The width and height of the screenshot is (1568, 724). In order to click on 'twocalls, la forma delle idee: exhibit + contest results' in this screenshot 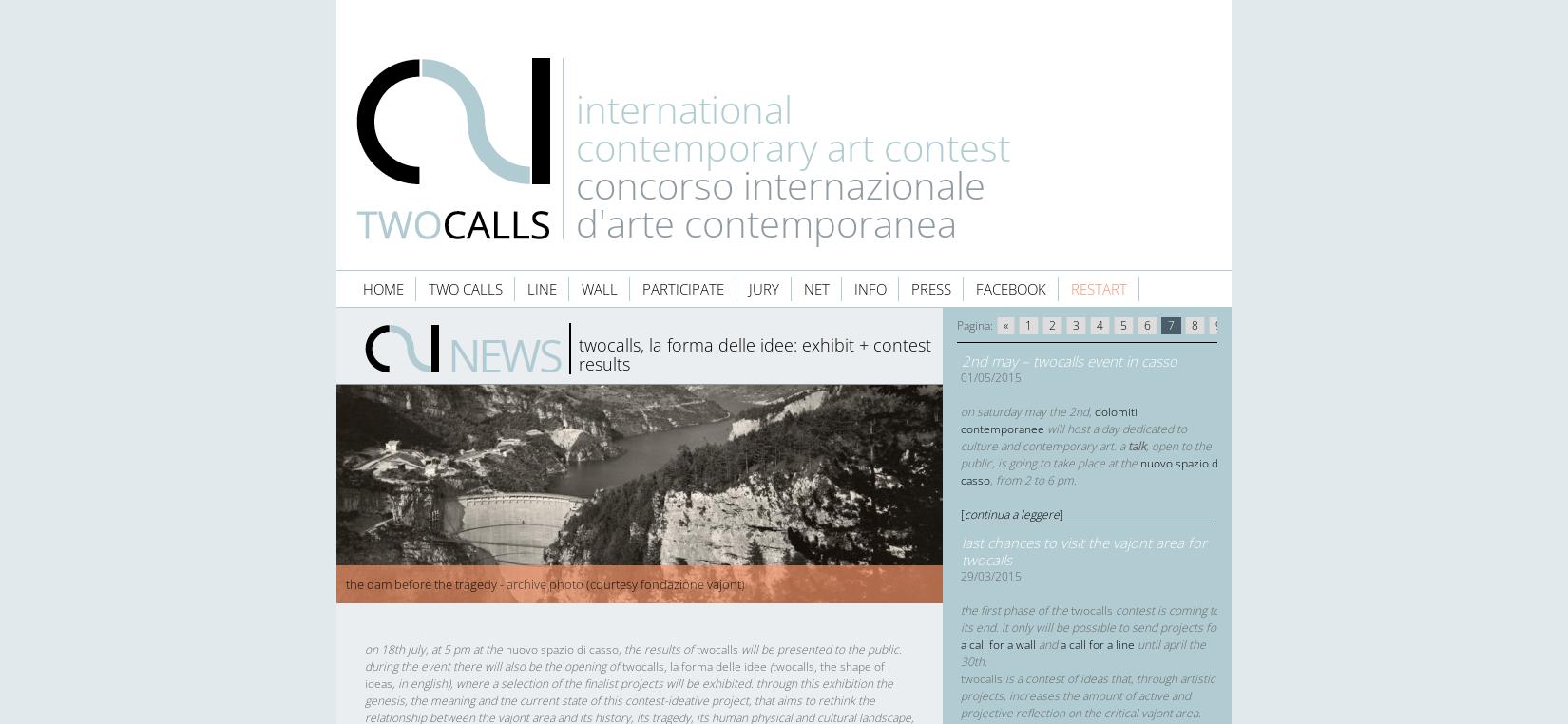, I will do `click(578, 353)`.